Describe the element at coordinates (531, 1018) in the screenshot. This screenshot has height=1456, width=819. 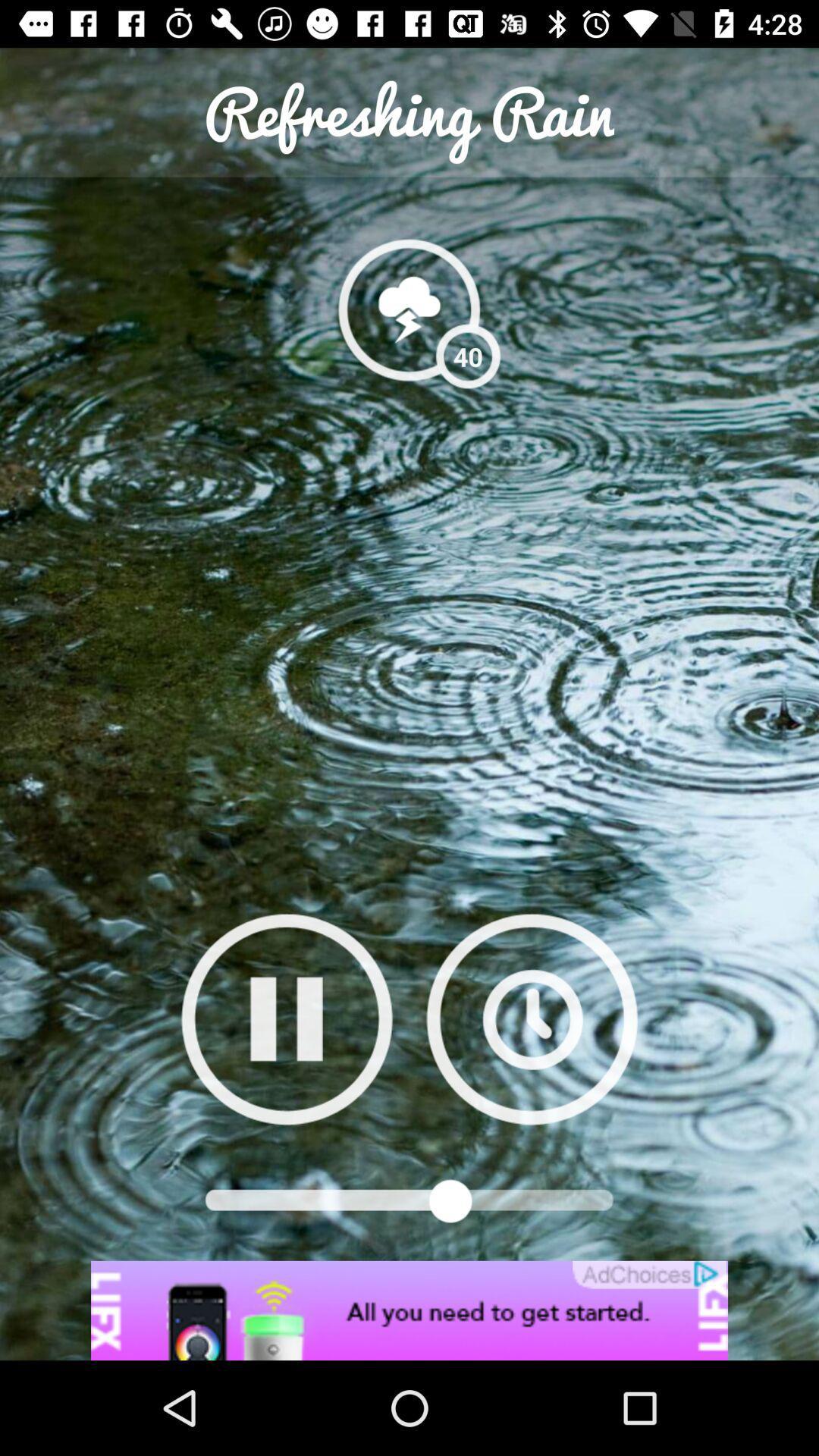
I see `timing` at that location.